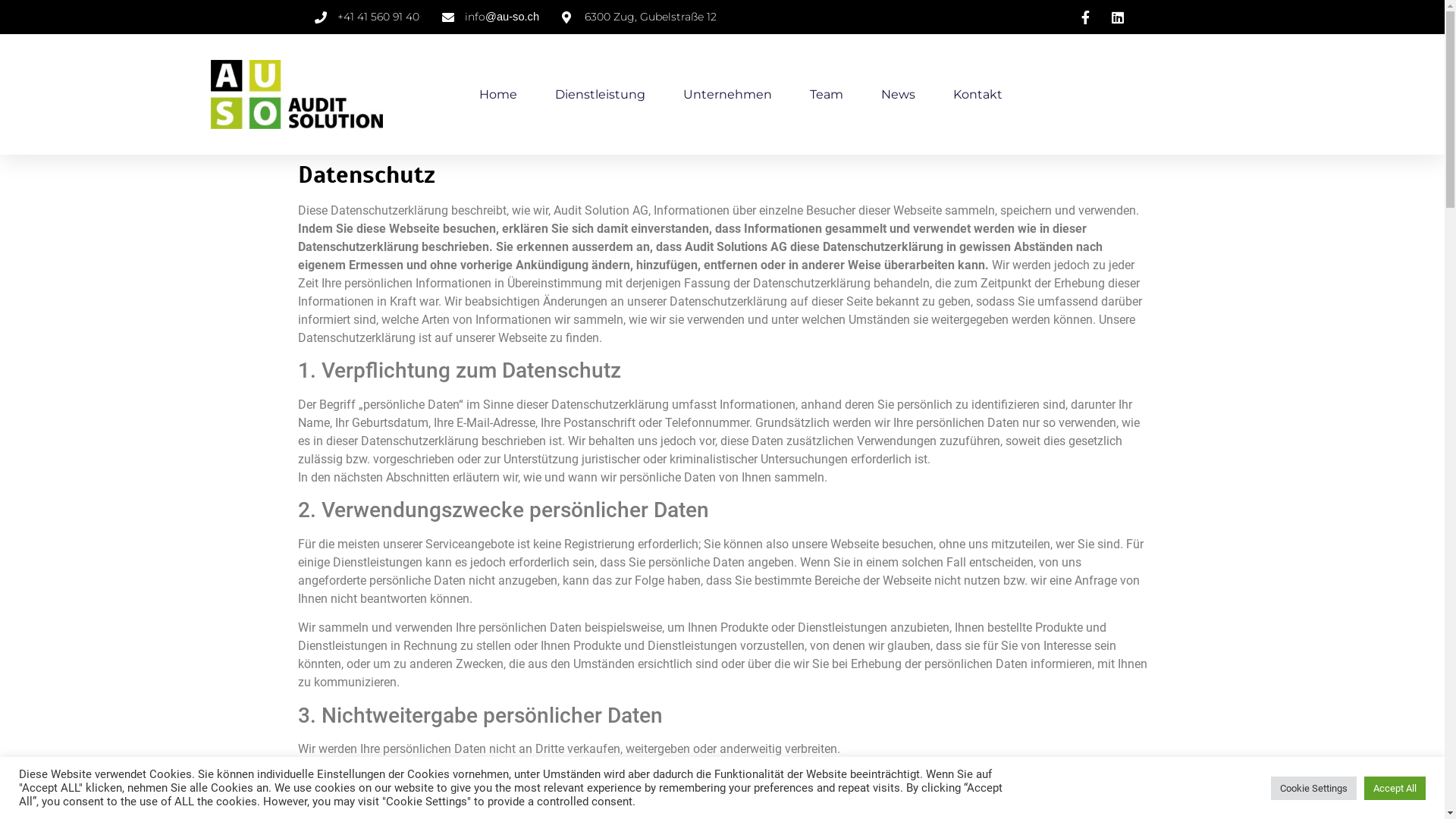 The image size is (1456, 819). What do you see at coordinates (479, 94) in the screenshot?
I see `'Home'` at bounding box center [479, 94].